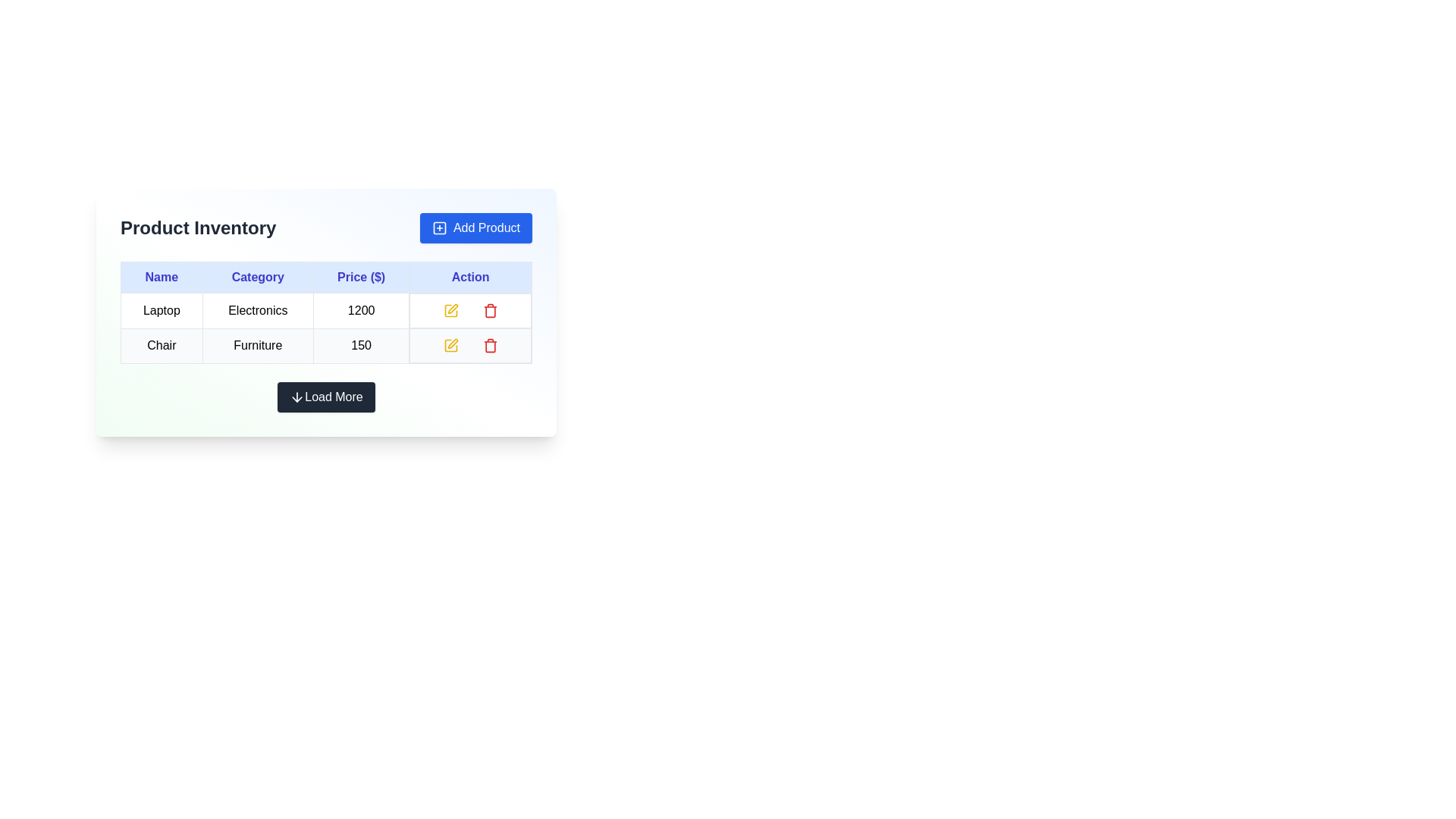 The image size is (1456, 819). What do you see at coordinates (325, 397) in the screenshot?
I see `the 'Load More' button located directly below the product table to load additional items` at bounding box center [325, 397].